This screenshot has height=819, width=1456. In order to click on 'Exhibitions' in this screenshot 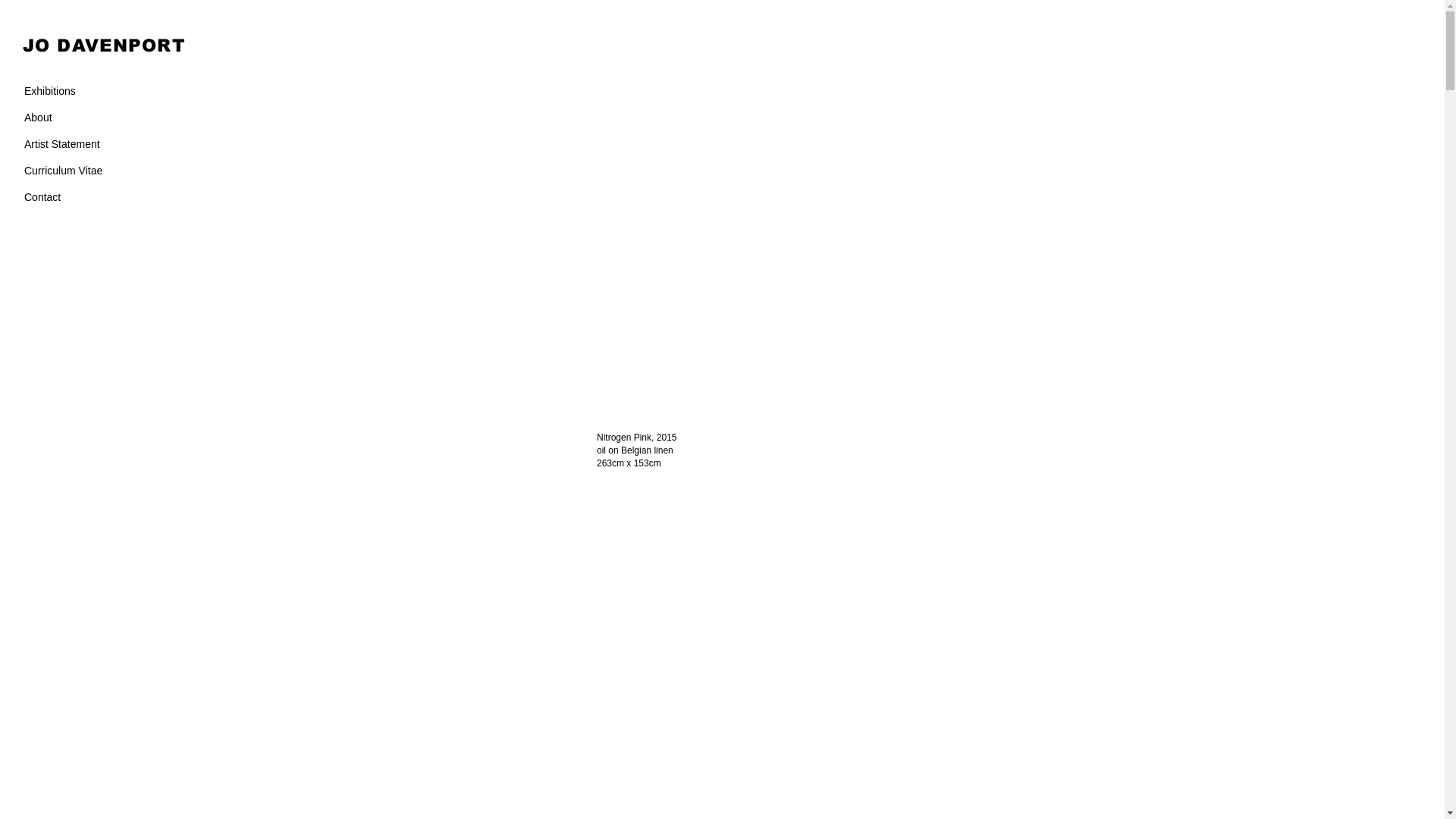, I will do `click(24, 91)`.